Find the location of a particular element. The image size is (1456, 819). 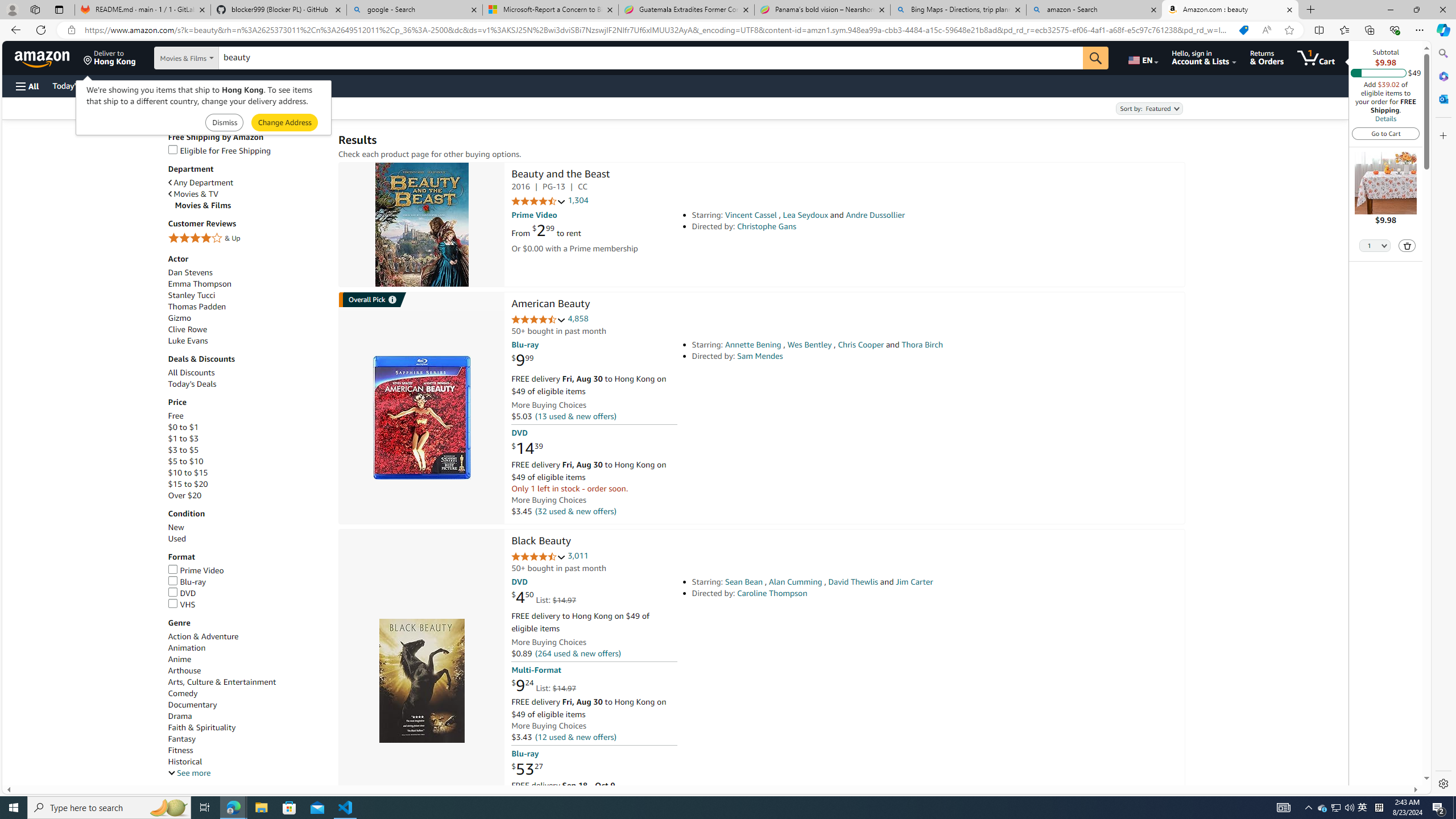

'Movies & Films' is located at coordinates (250, 205).